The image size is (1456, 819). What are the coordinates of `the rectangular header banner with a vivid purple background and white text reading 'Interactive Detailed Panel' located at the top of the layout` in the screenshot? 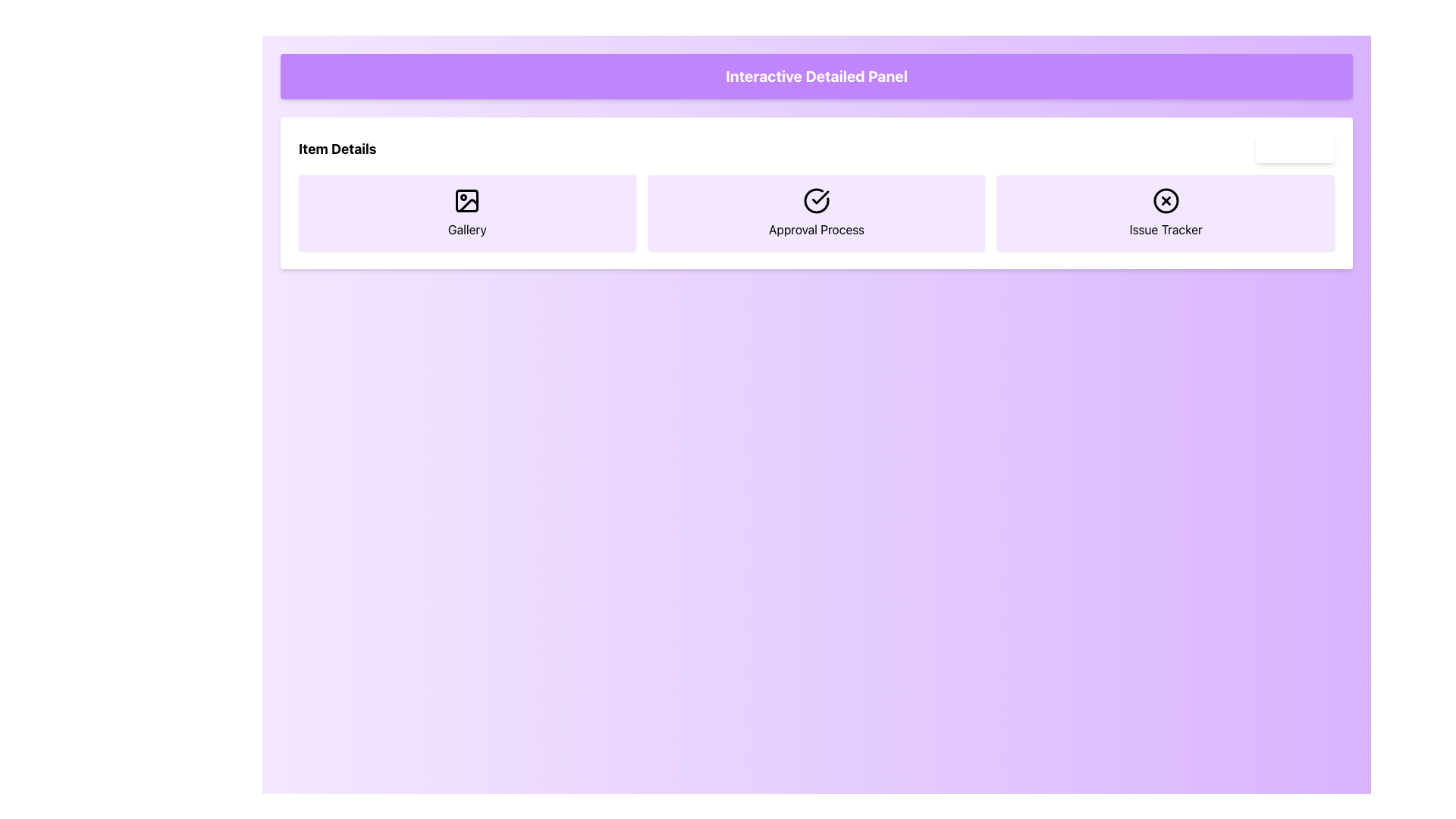 It's located at (815, 76).